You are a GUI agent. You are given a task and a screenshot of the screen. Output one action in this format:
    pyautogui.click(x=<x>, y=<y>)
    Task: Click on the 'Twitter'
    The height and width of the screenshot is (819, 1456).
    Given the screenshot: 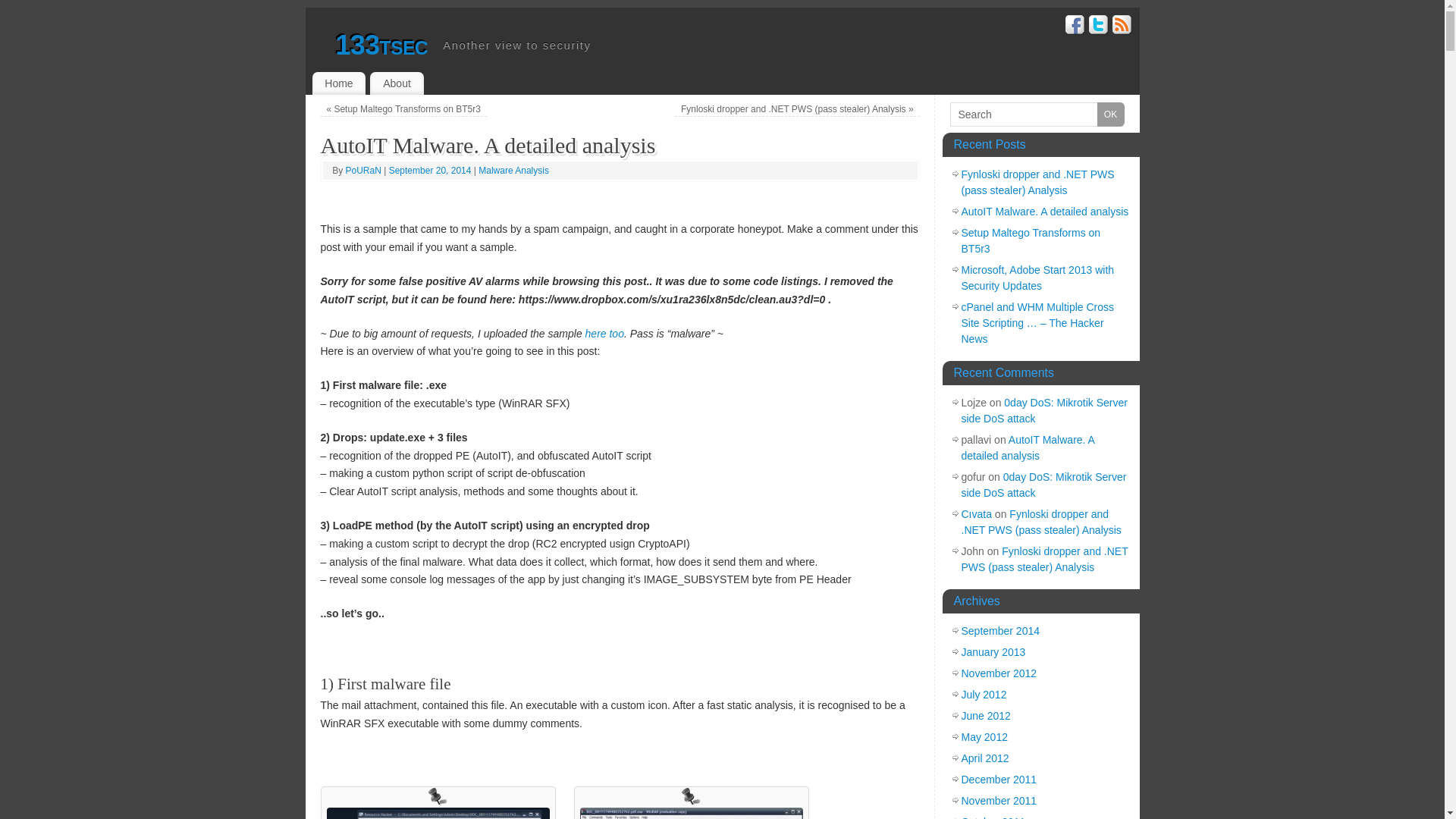 What is the action you would take?
    pyautogui.click(x=1087, y=27)
    